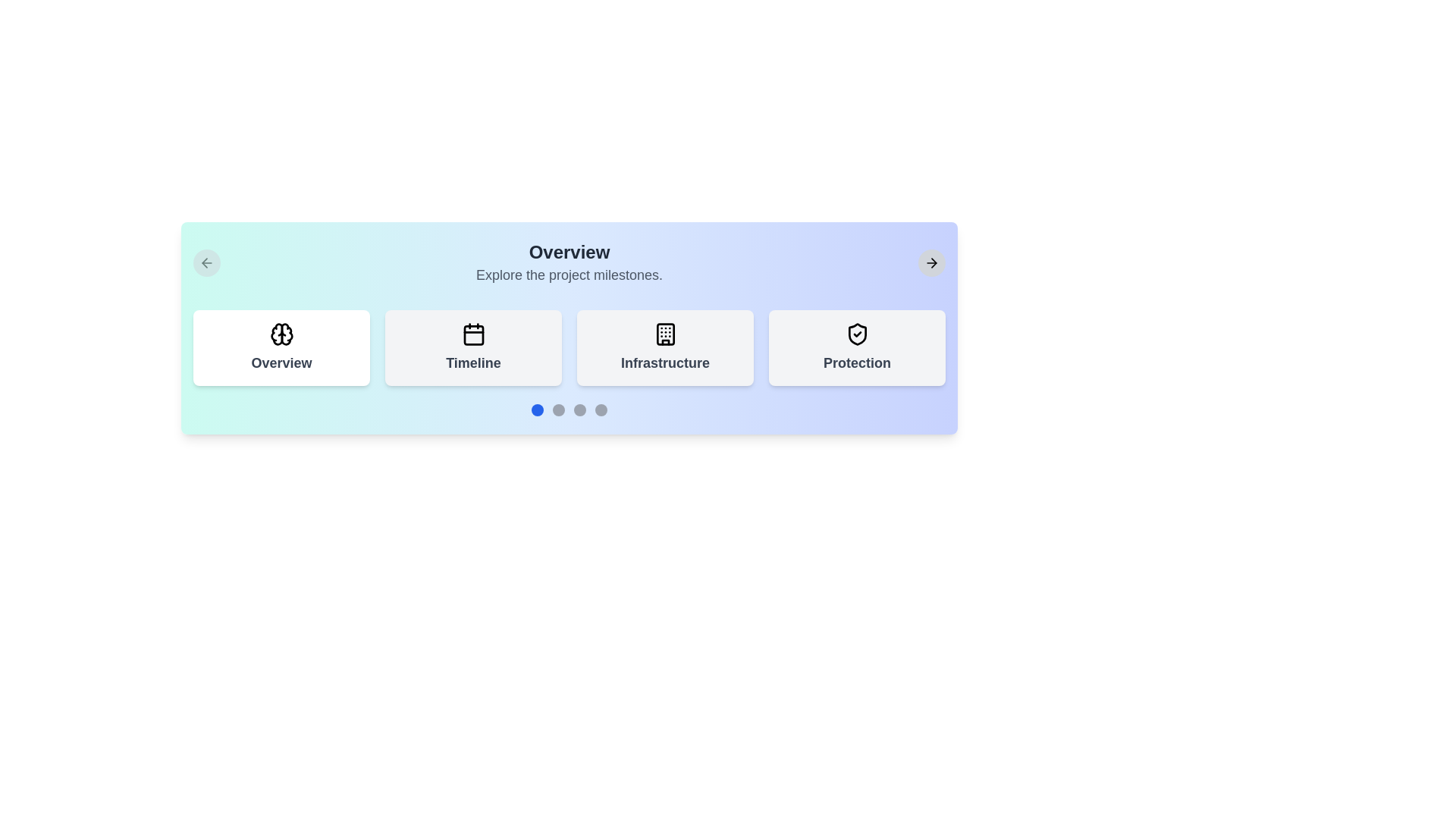 The width and height of the screenshot is (1456, 819). Describe the element at coordinates (857, 333) in the screenshot. I see `the shield-shaped icon in the 'Protection' section` at that location.